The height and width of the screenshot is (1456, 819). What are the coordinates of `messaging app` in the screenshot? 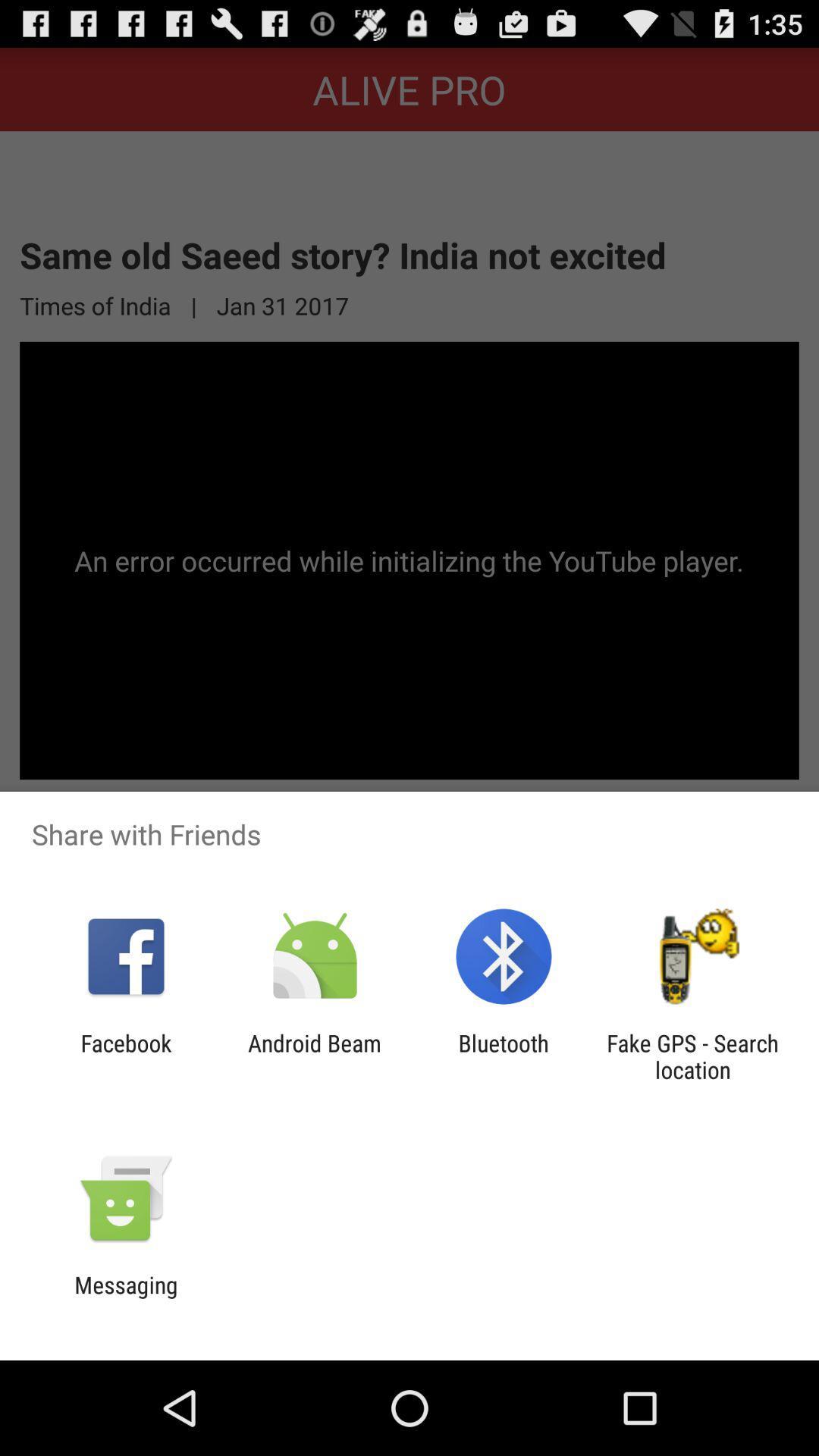 It's located at (125, 1298).